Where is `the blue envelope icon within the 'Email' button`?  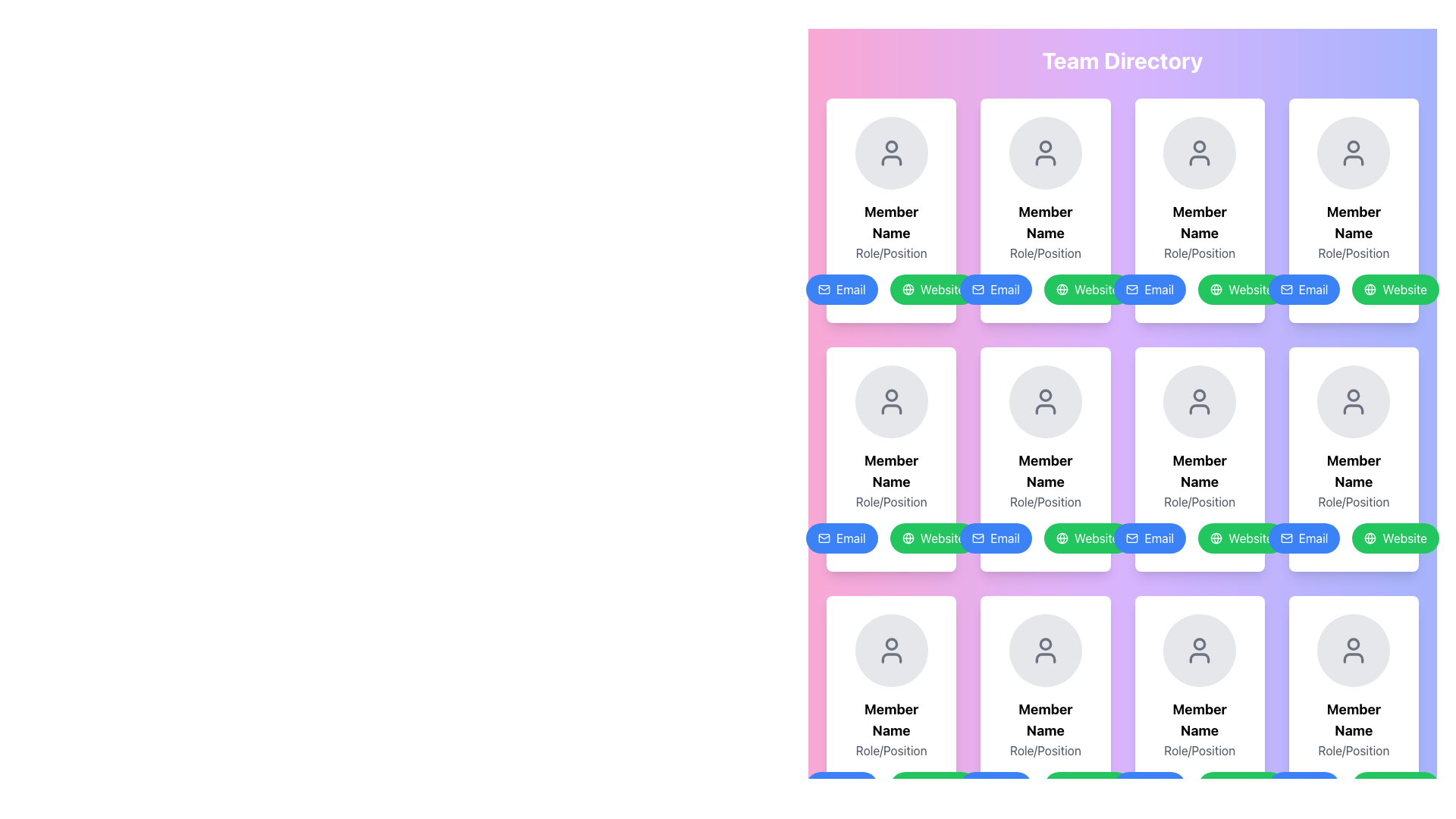
the blue envelope icon within the 'Email' button is located at coordinates (1132, 537).